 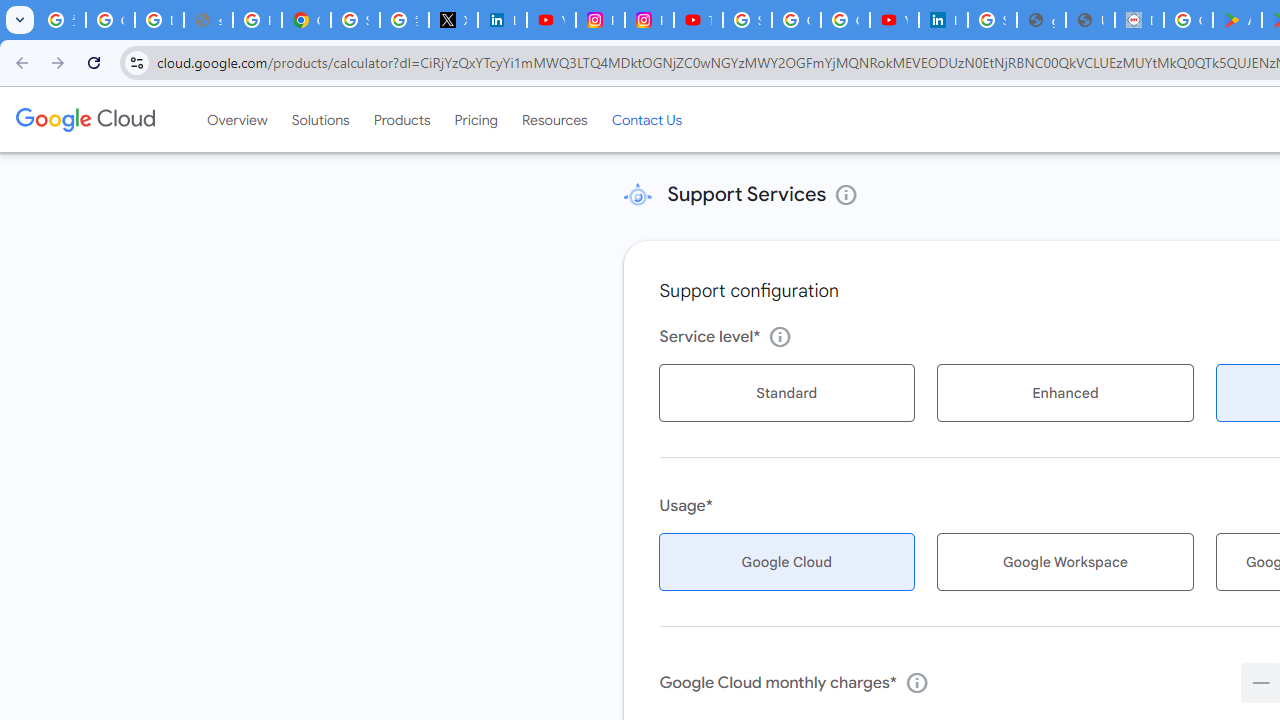 What do you see at coordinates (647, 119) in the screenshot?
I see `'Contact Us'` at bounding box center [647, 119].